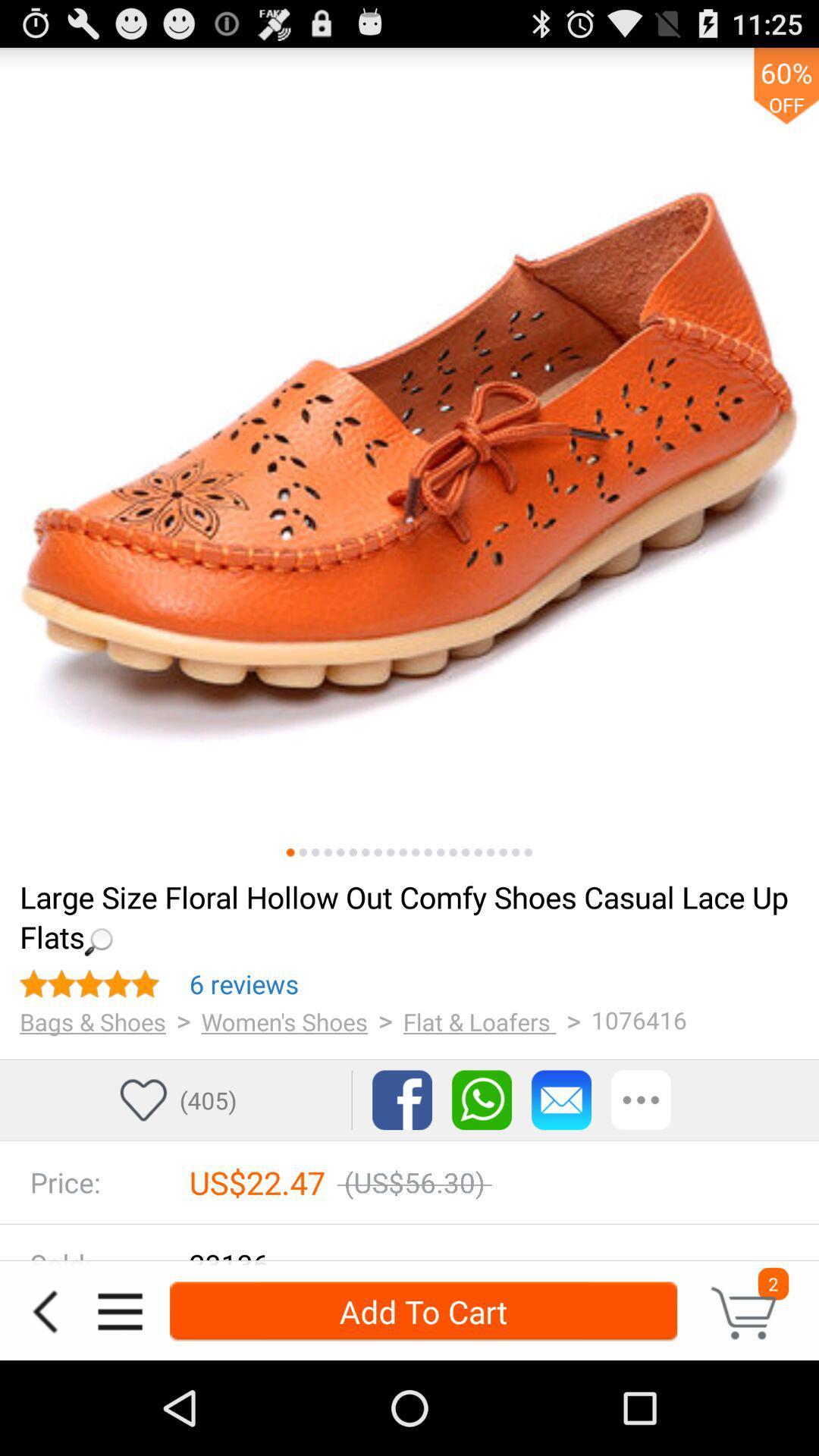 The image size is (819, 1456). What do you see at coordinates (441, 852) in the screenshot?
I see `page selector` at bounding box center [441, 852].